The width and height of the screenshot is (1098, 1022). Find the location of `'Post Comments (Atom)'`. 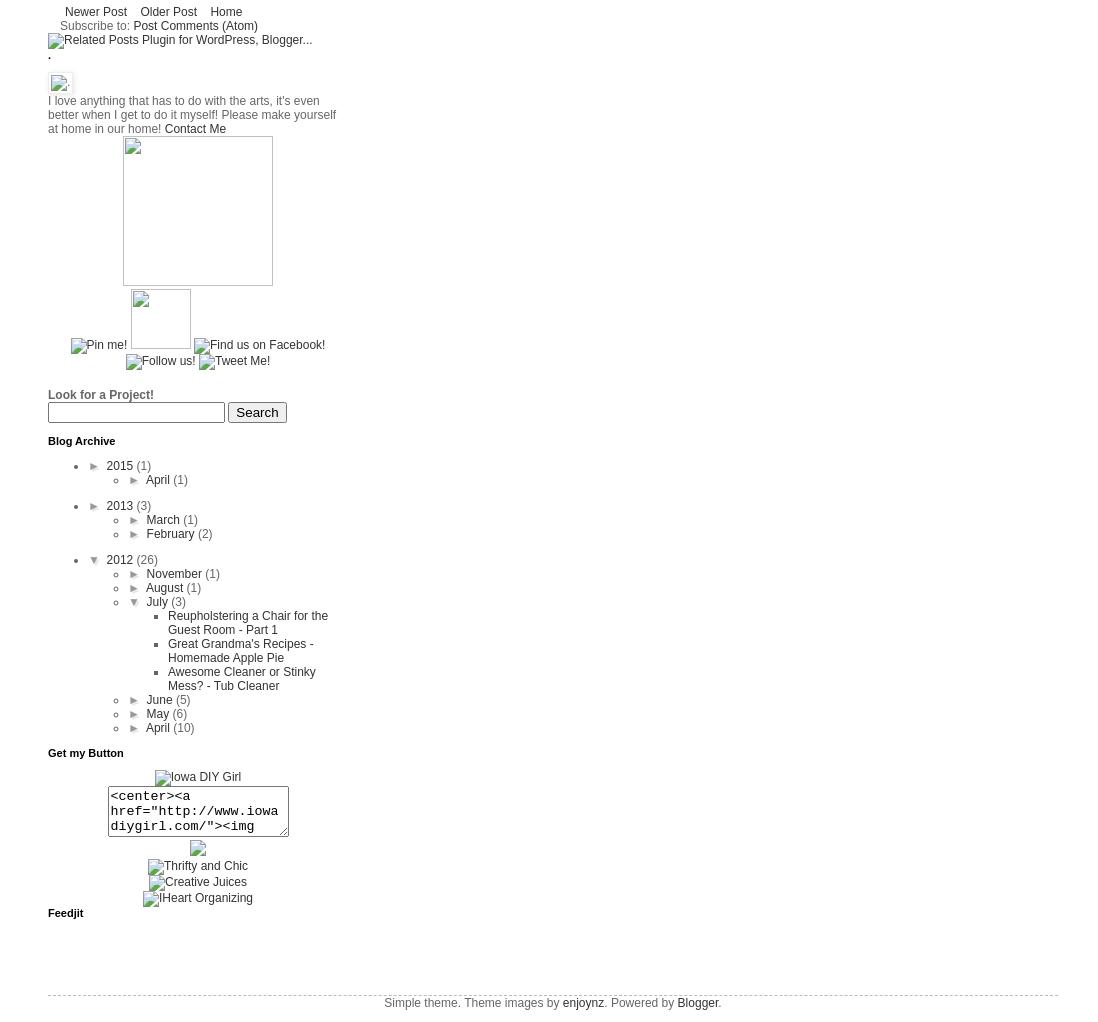

'Post Comments (Atom)' is located at coordinates (194, 24).